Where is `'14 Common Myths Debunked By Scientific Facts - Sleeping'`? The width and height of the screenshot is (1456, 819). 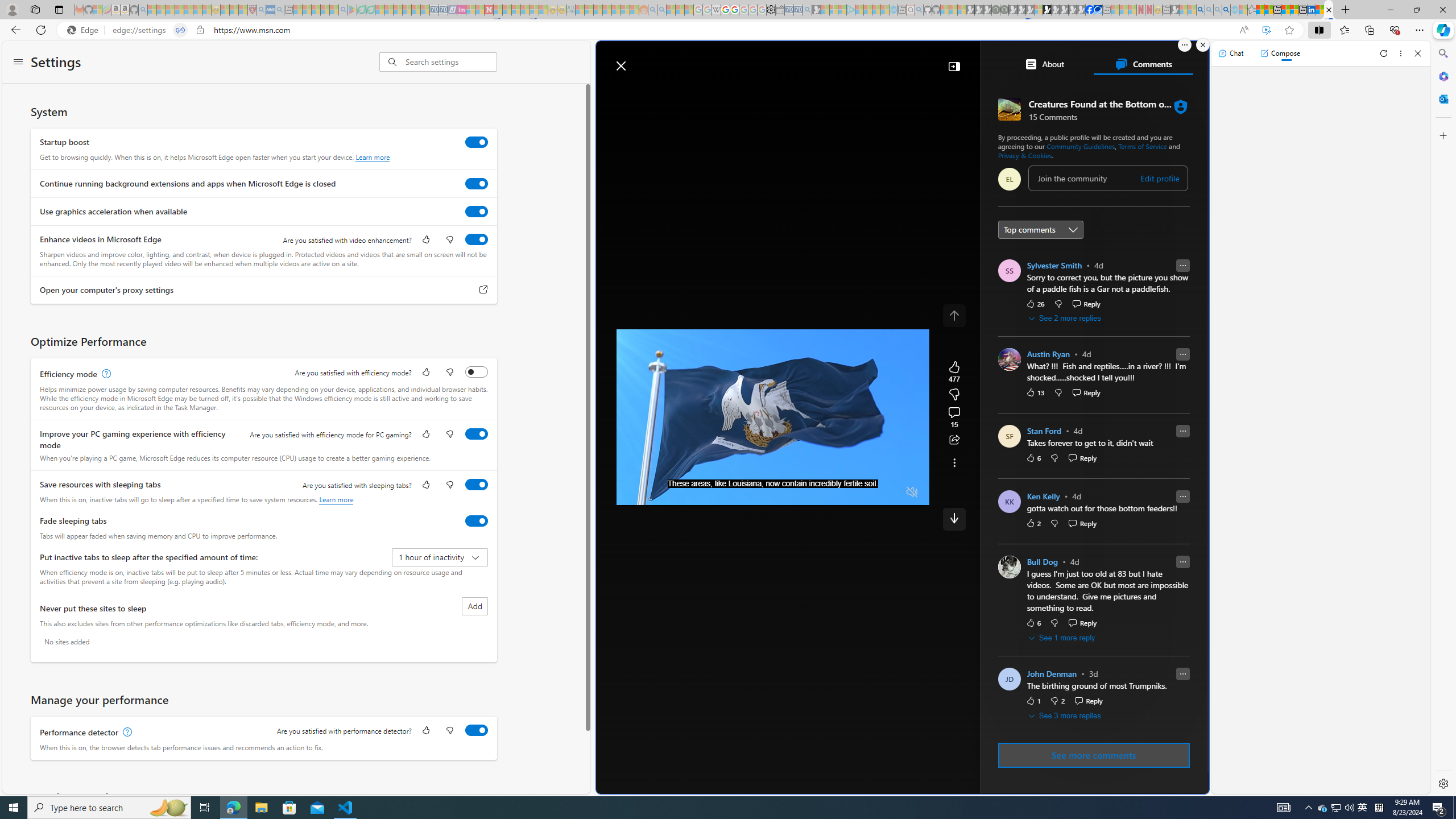 '14 Common Myths Debunked By Scientific Facts - Sleeping' is located at coordinates (507, 9).